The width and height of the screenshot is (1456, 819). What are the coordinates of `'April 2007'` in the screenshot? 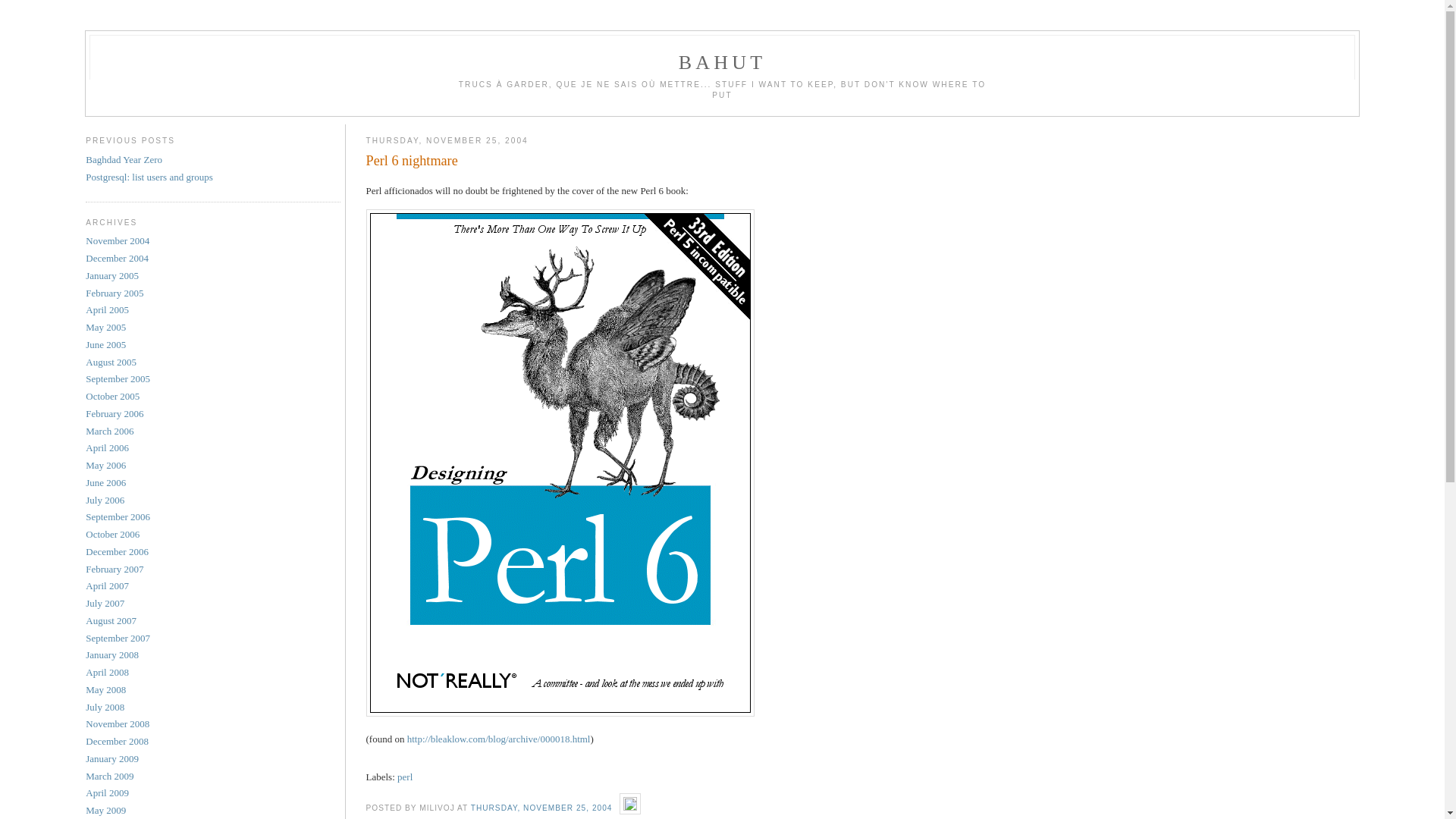 It's located at (106, 585).